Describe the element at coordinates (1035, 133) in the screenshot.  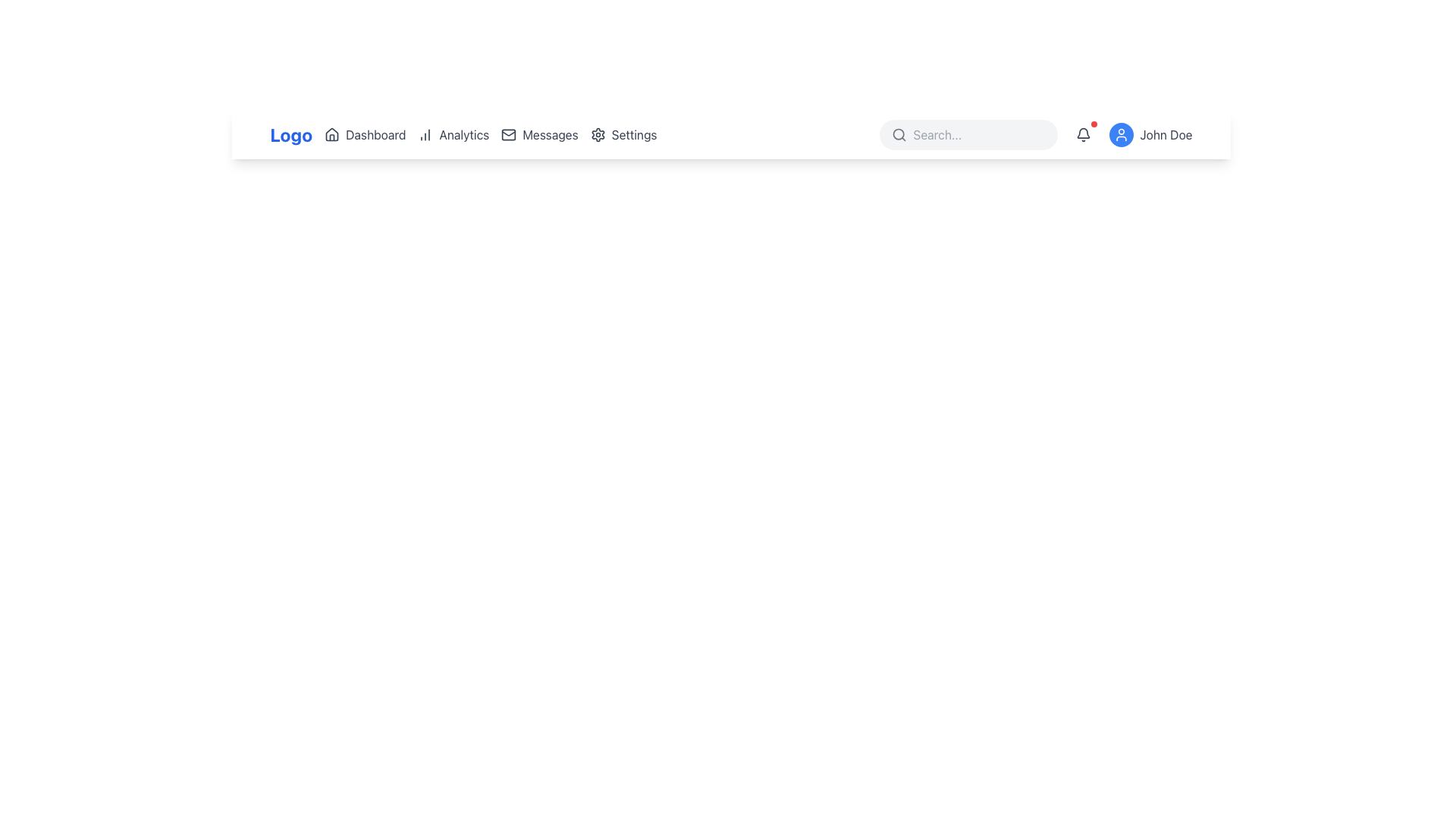
I see `the horizontal navigation group of controls located in the top-right corner of the interface for visual feedback indicating interactivity` at that location.